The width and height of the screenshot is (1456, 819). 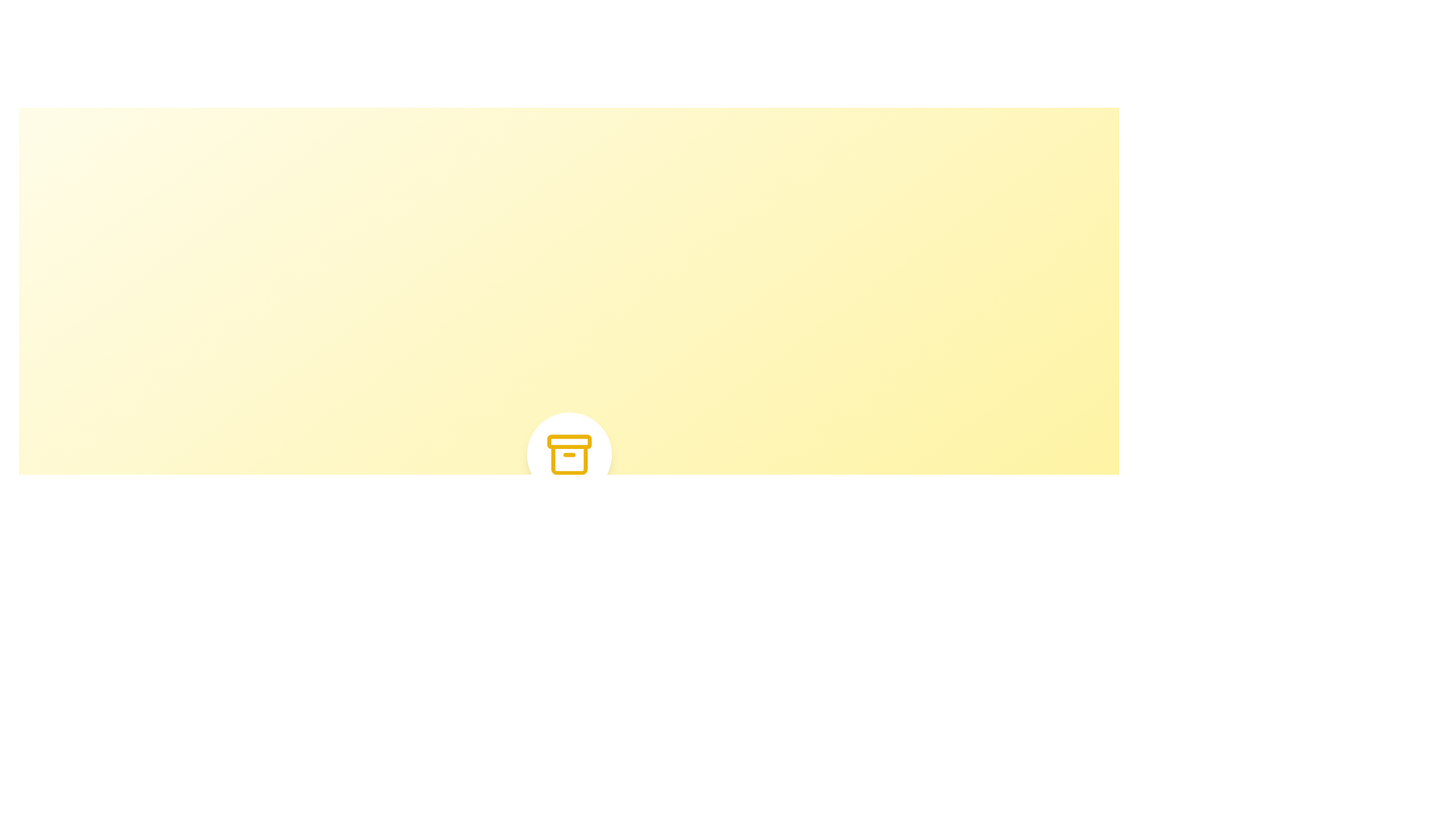 What do you see at coordinates (568, 441) in the screenshot?
I see `topmost rectangular segment of the archive icon component, which is a narrow bar-like graphical illustration with rounded corners, using the developer tools` at bounding box center [568, 441].